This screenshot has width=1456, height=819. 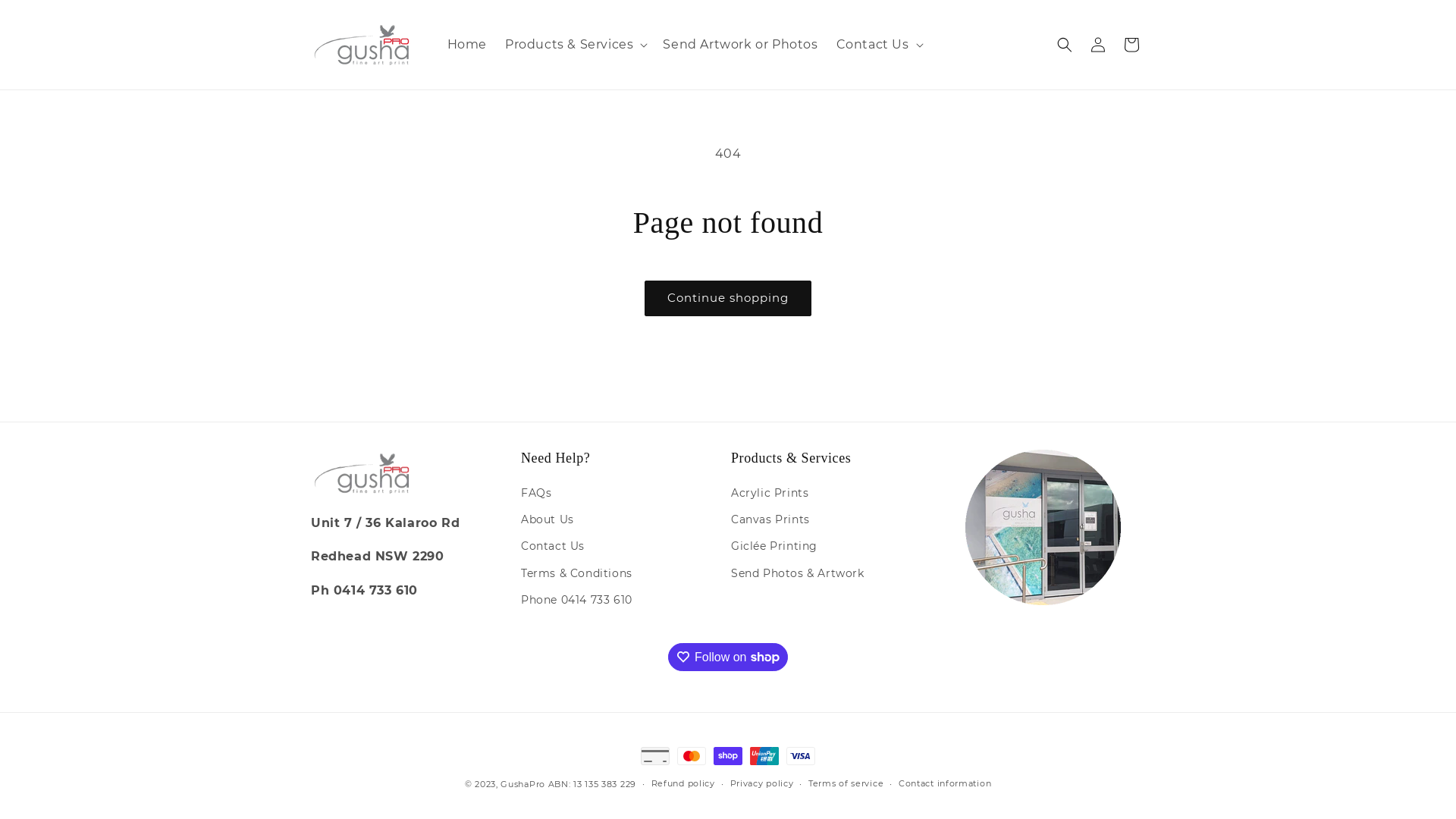 I want to click on 'GushaPro', so click(x=522, y=783).